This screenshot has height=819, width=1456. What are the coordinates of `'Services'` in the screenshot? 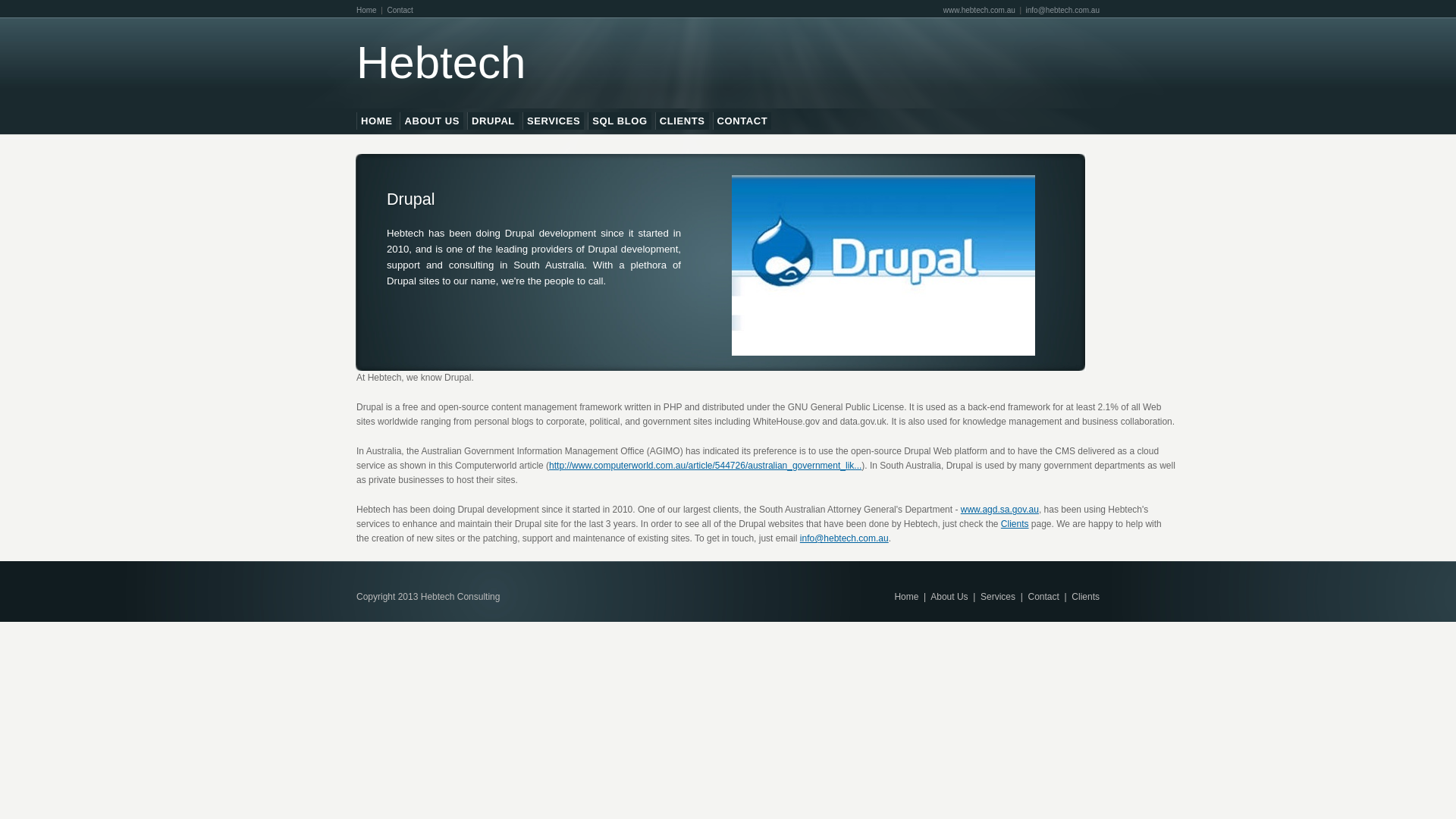 It's located at (997, 595).